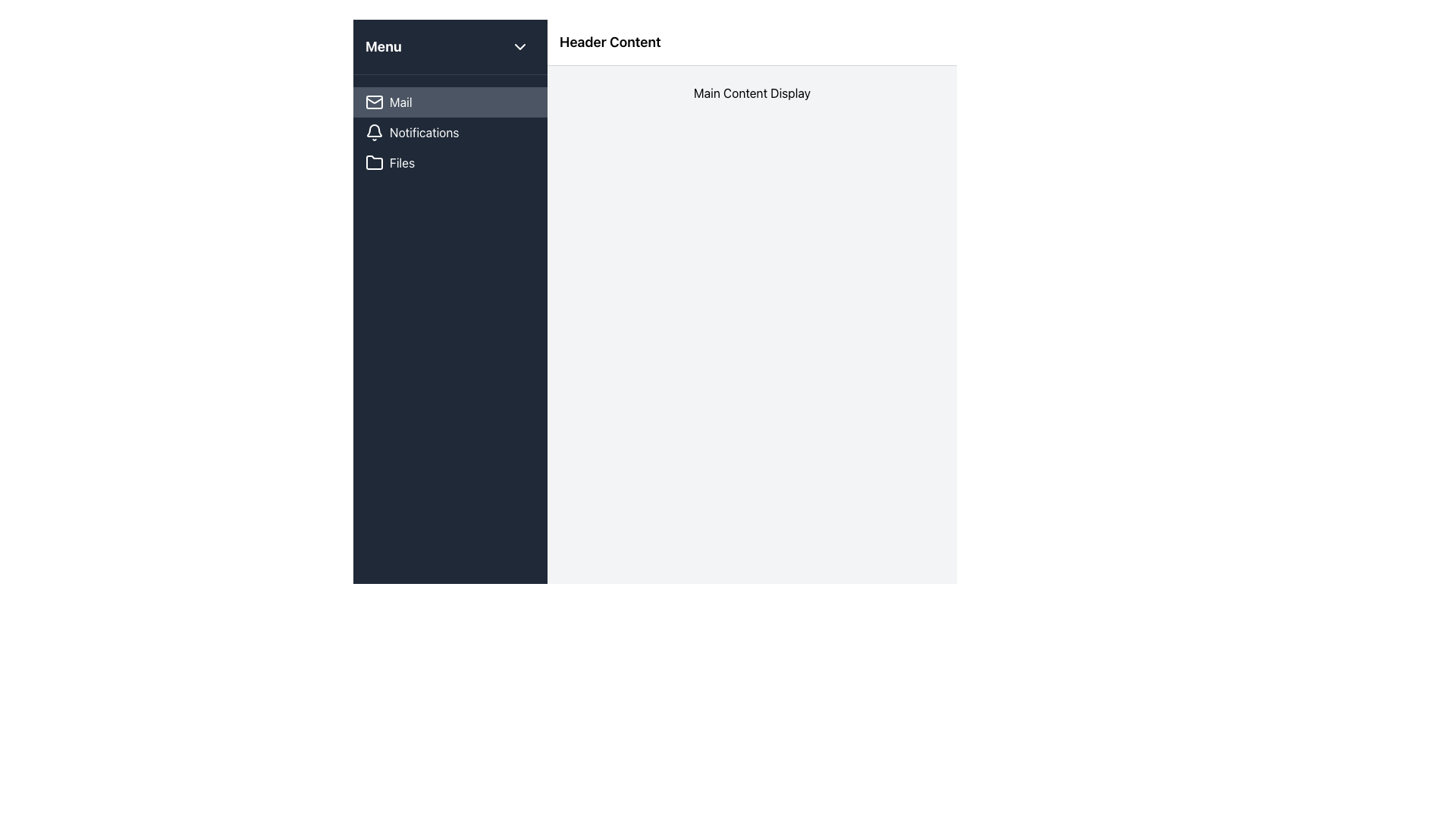  Describe the element at coordinates (375, 102) in the screenshot. I see `the envelope icon located to the left of the 'Mail' text label in the sidebar navigation menu` at that location.